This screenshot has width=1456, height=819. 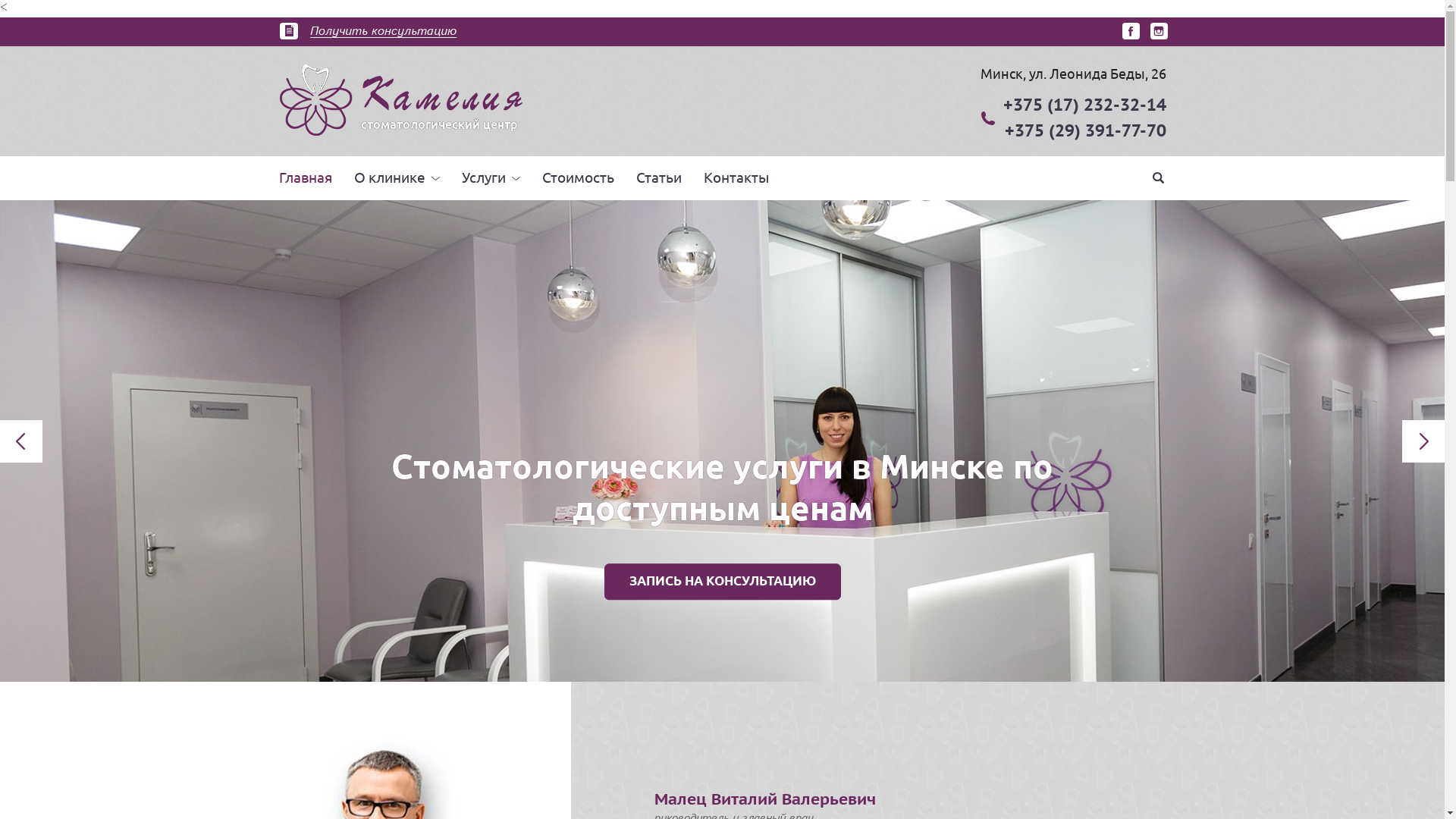 What do you see at coordinates (1084, 130) in the screenshot?
I see `'+375 (29) 391-77-70'` at bounding box center [1084, 130].